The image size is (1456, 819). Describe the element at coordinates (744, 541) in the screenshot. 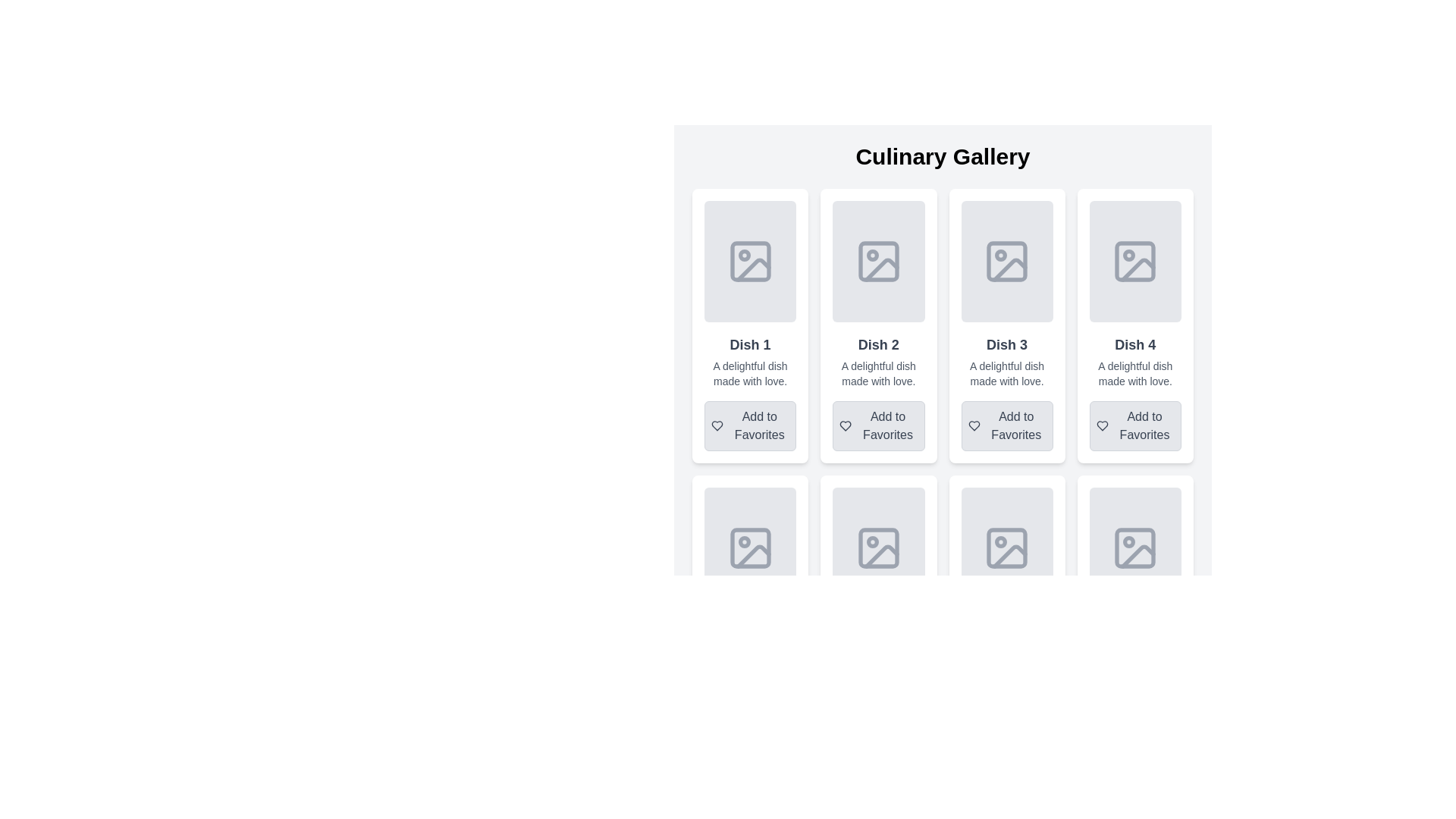

I see `the circular status indicator icon located in the second row, first slot of the grid-like image placeholders` at that location.